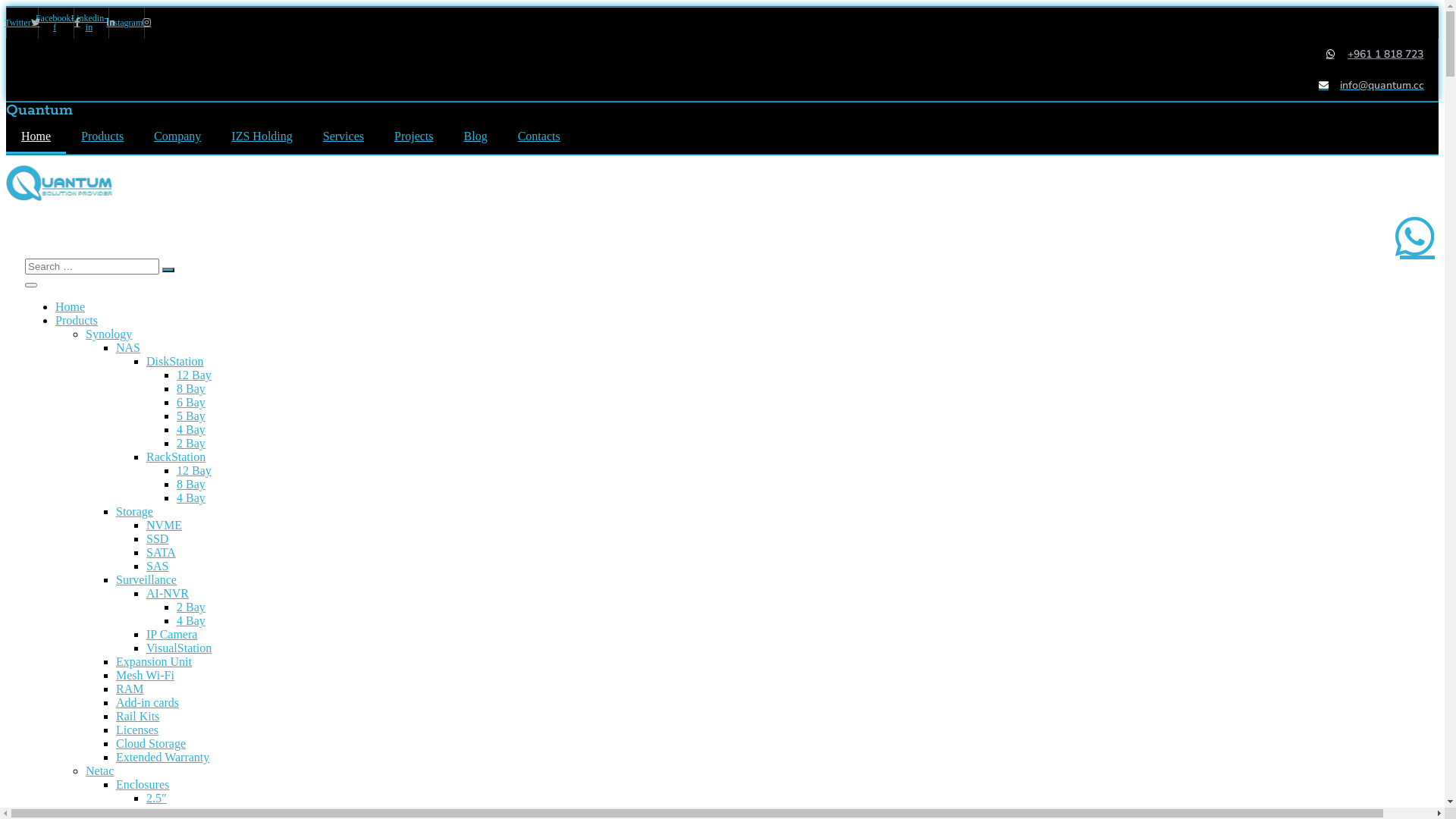  What do you see at coordinates (190, 620) in the screenshot?
I see `'4 Bay'` at bounding box center [190, 620].